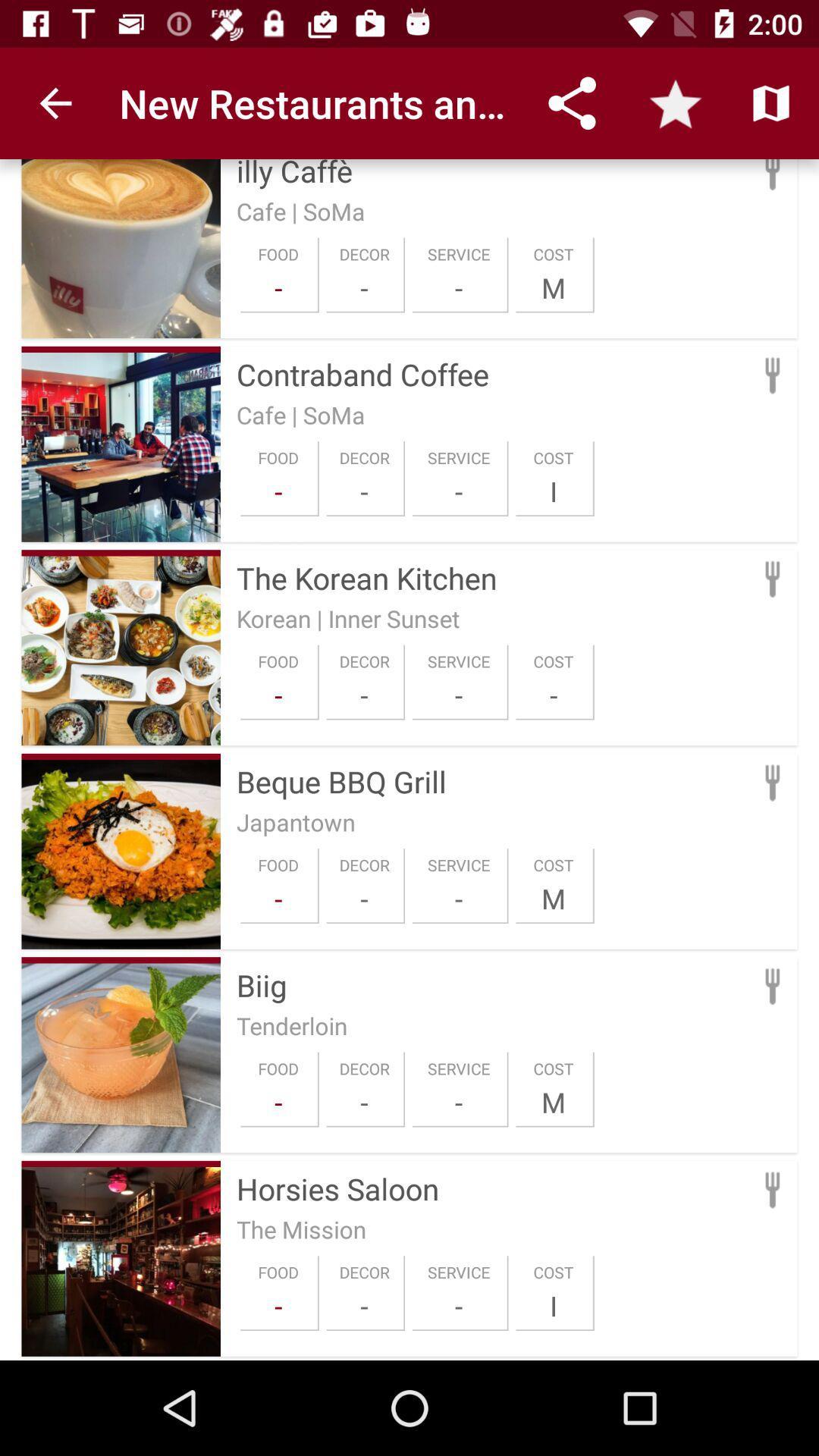  I want to click on icon to the left of the service item, so click(364, 1305).